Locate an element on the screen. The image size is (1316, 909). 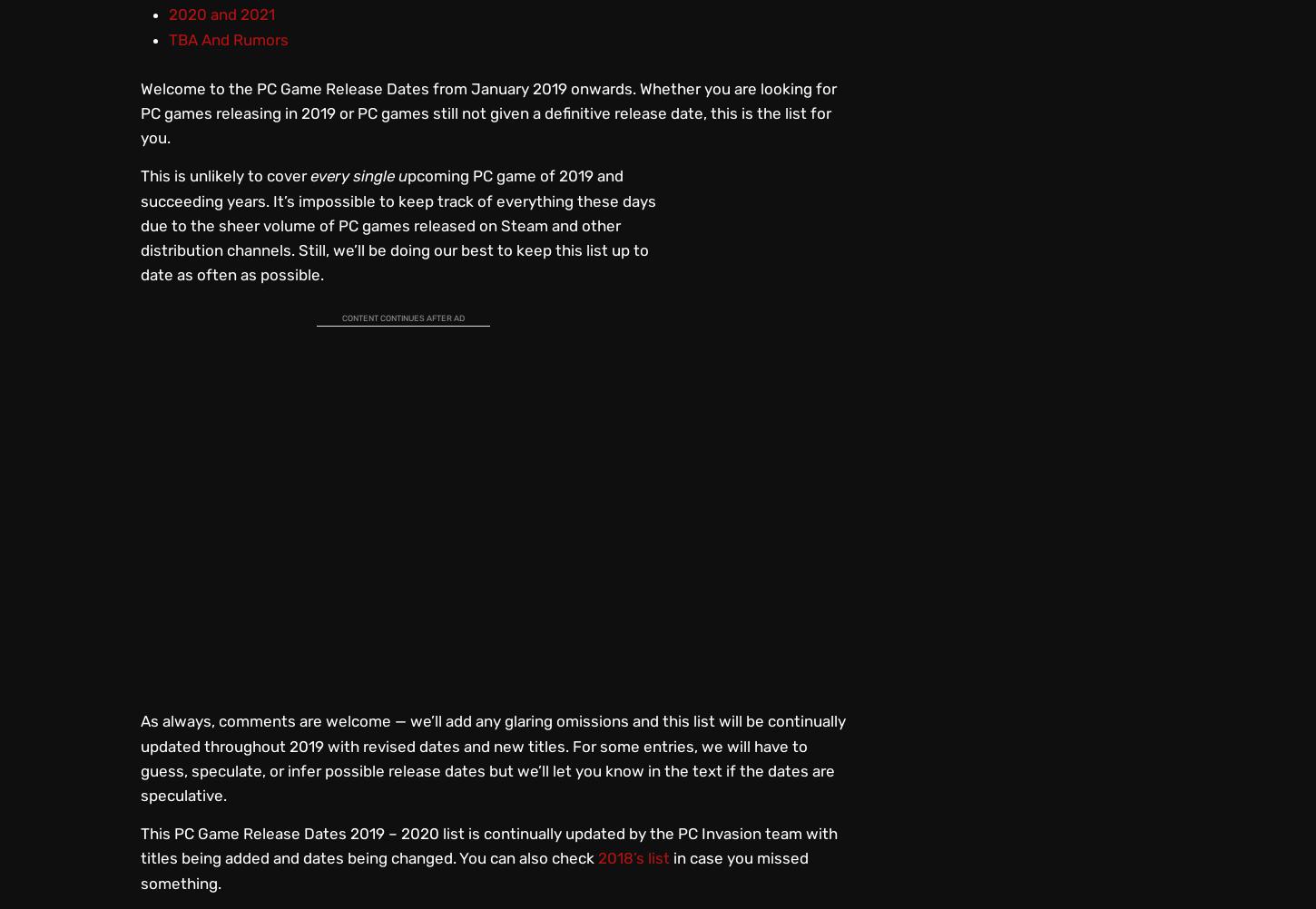
'This is unlikely to cover' is located at coordinates (140, 175).